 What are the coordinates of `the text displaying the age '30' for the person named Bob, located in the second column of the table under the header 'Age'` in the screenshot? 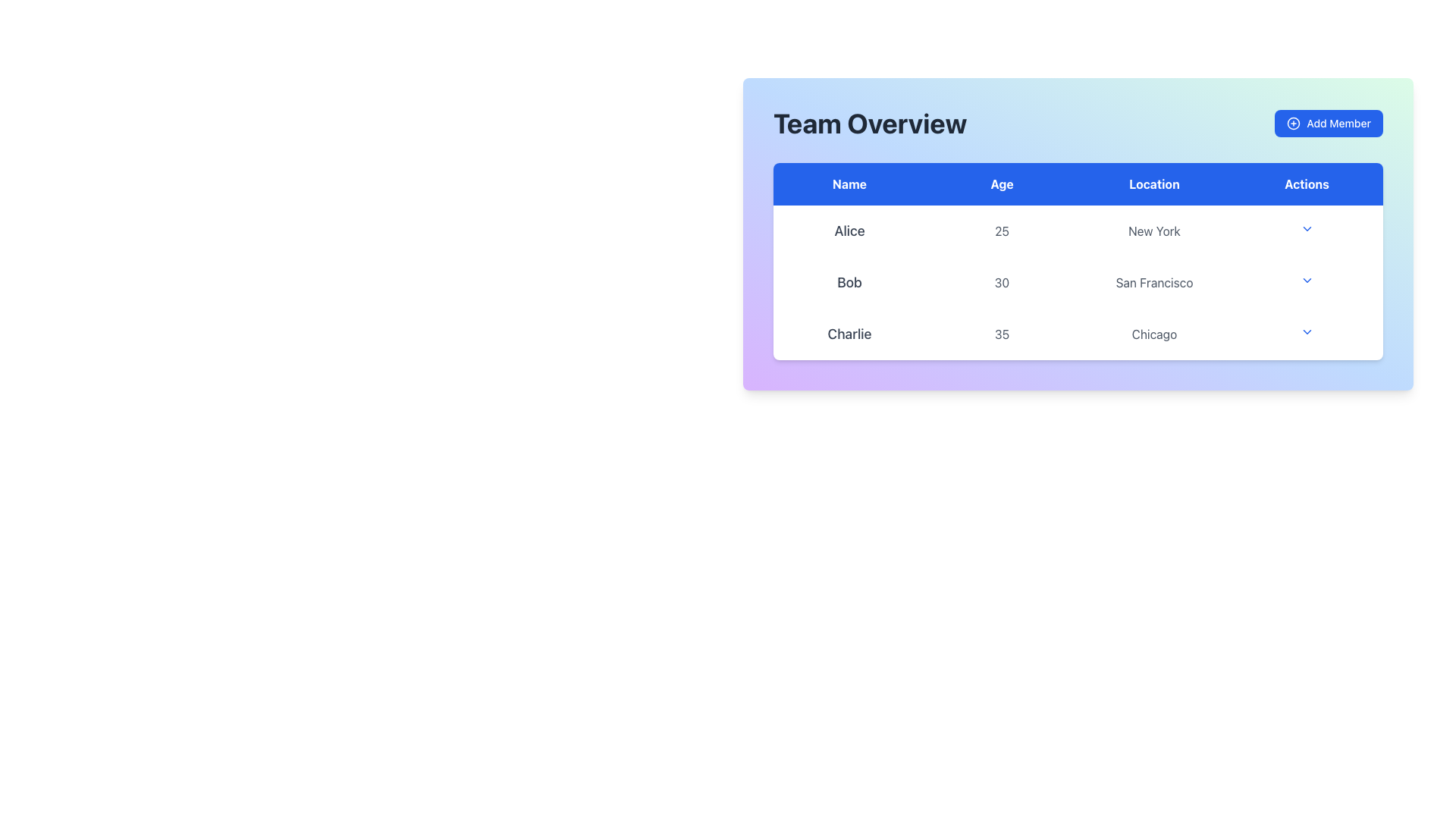 It's located at (1002, 283).